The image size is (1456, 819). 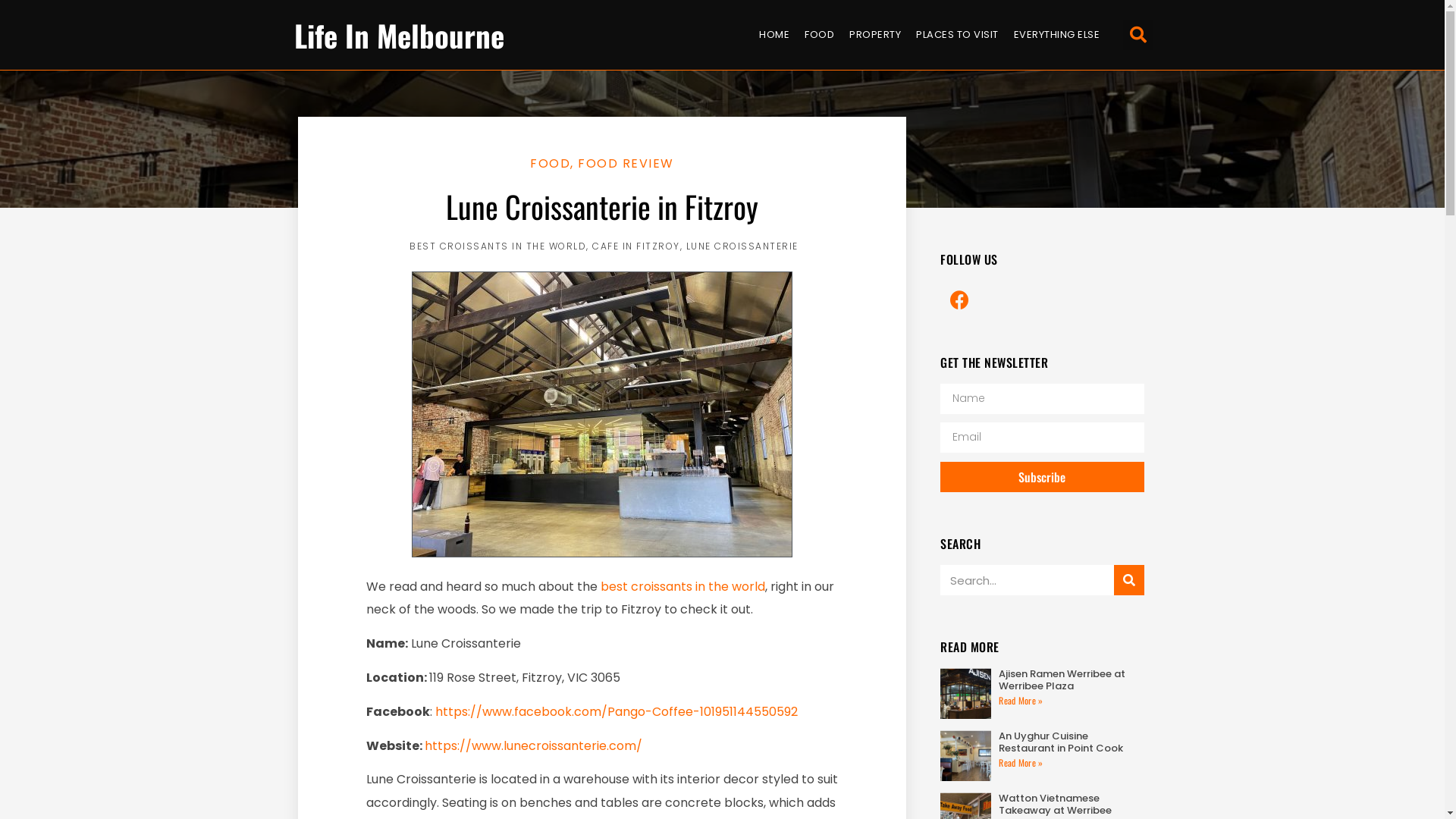 I want to click on 'LUNE CROISSANTERIE', so click(x=742, y=245).